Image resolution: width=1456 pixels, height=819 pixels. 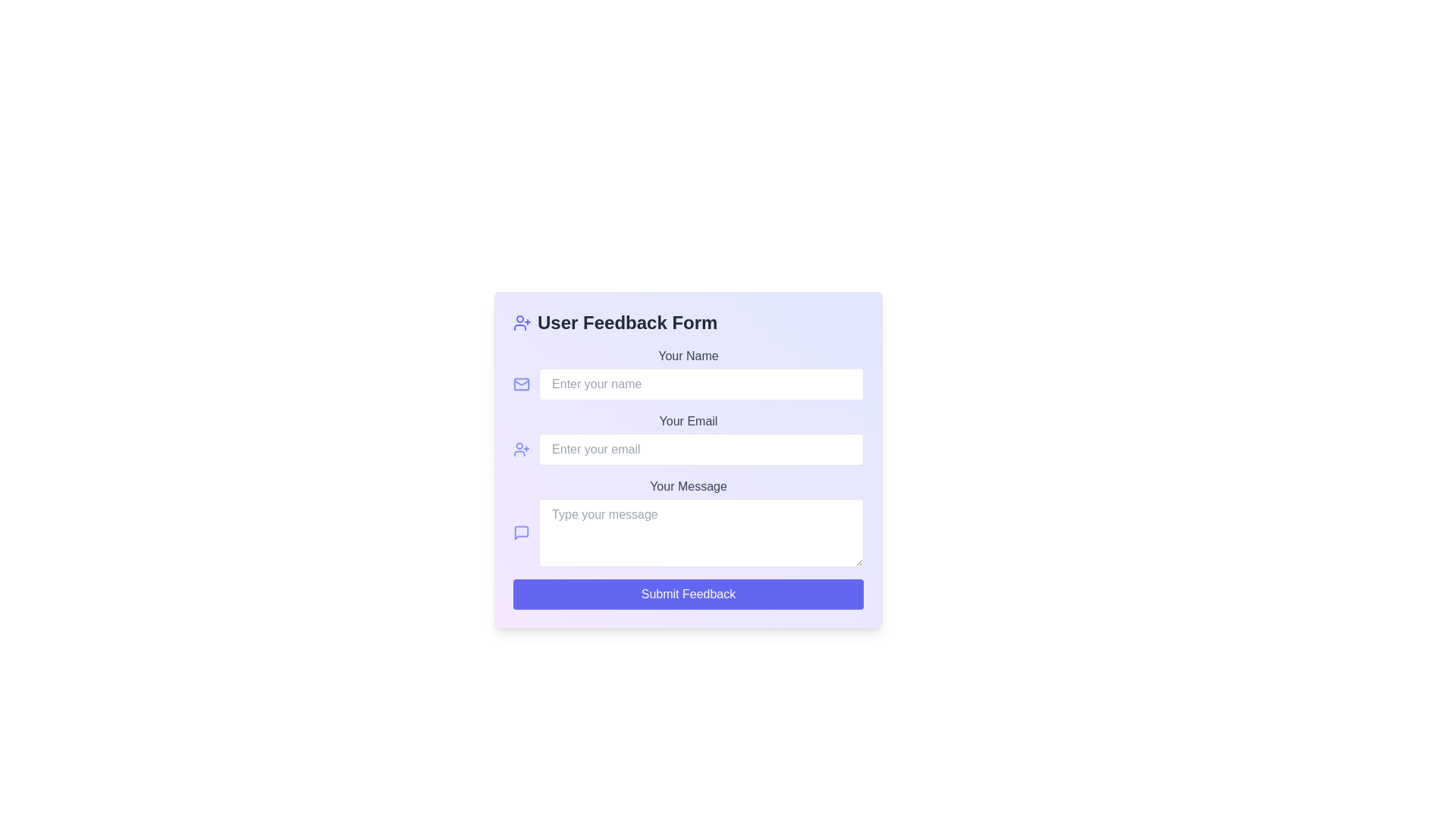 I want to click on the text label displaying 'Your Message' which is styled in soft gray color, located in the middle of the form beneath 'Your Email' and above the message input field, so click(x=687, y=486).